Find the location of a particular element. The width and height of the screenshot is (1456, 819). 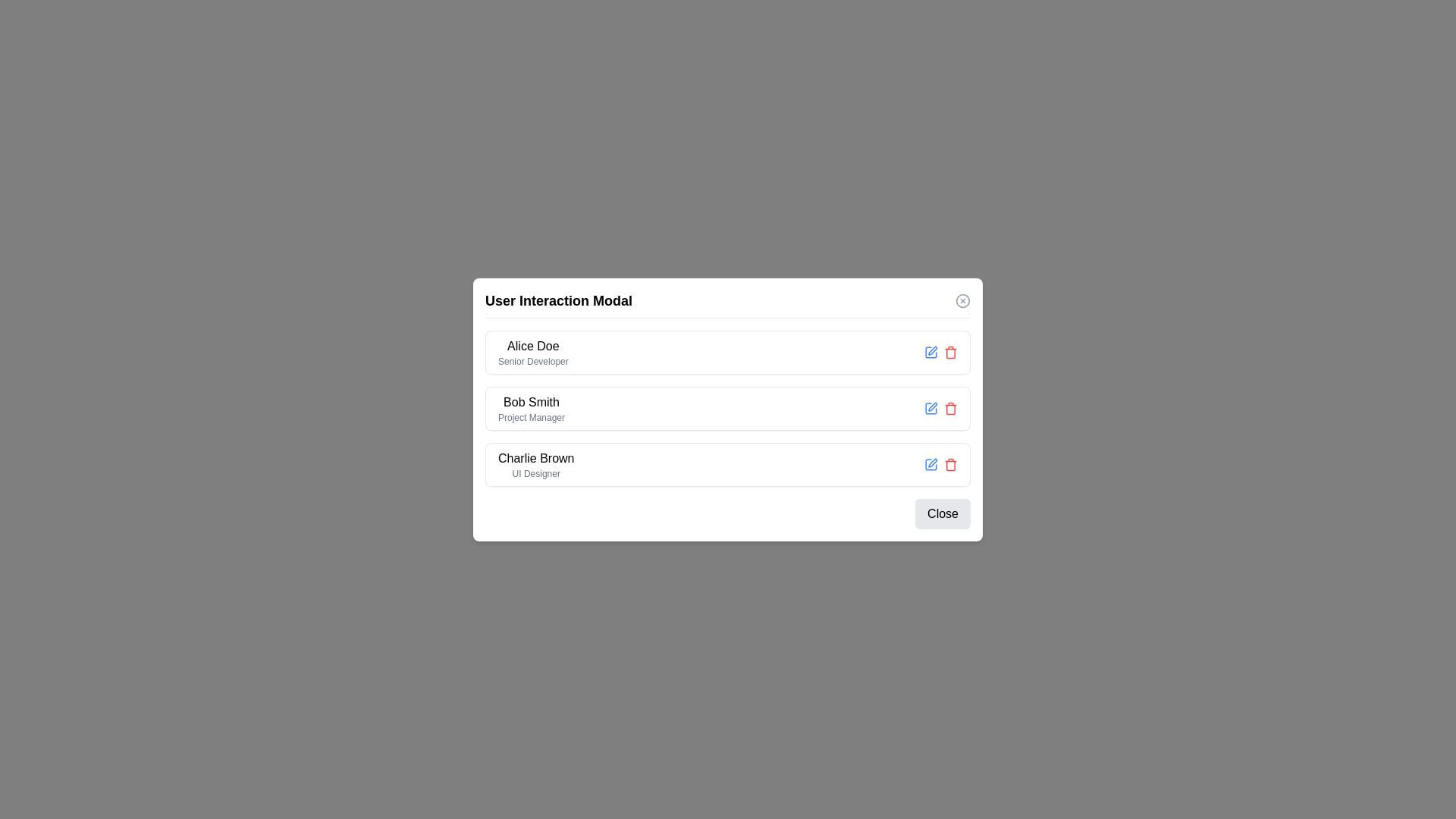

the trash can icon button located in the top-right area of the 'User Interaction Modal' is located at coordinates (949, 351).